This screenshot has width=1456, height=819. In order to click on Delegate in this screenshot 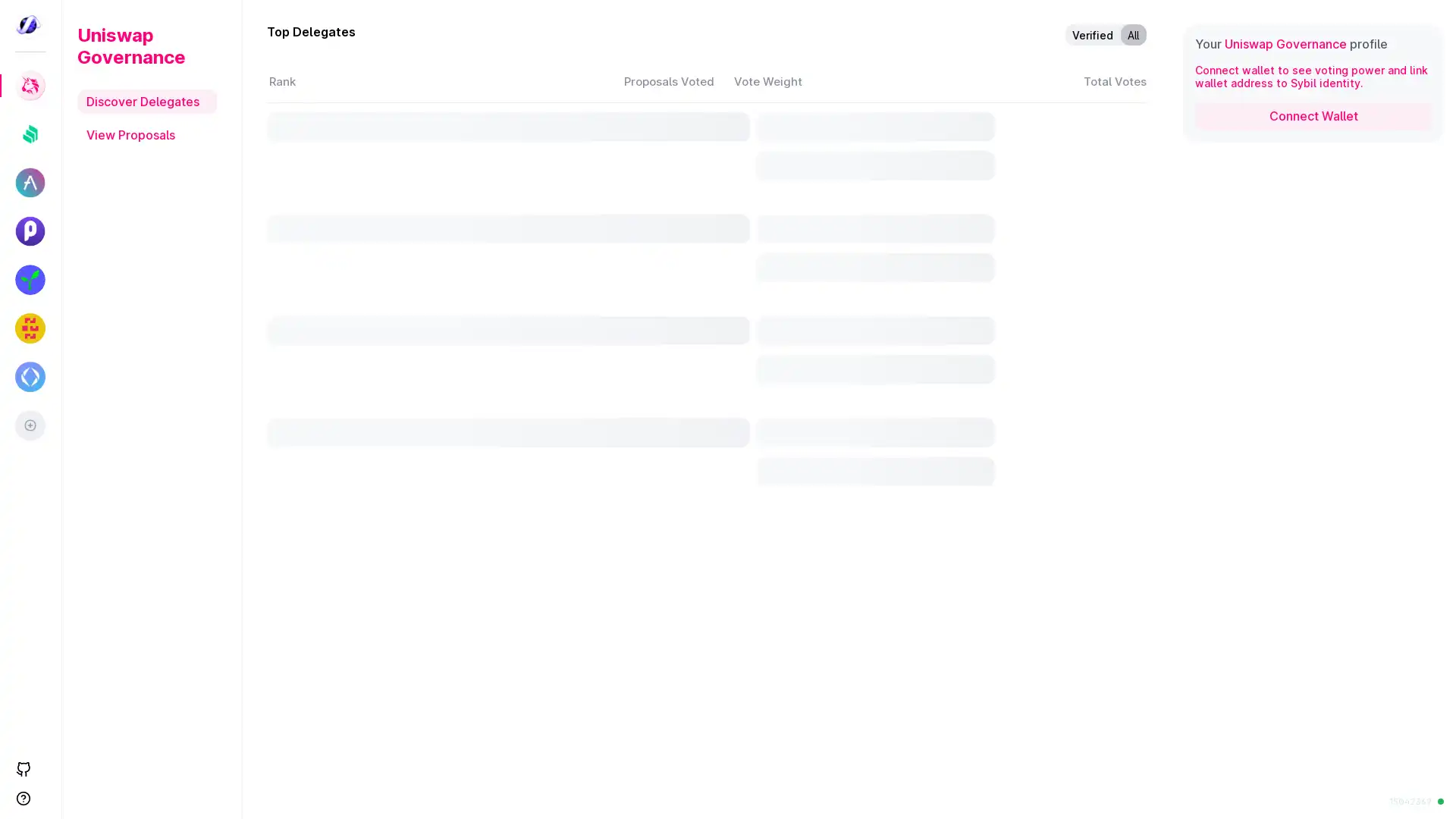, I will do `click(1006, 627)`.